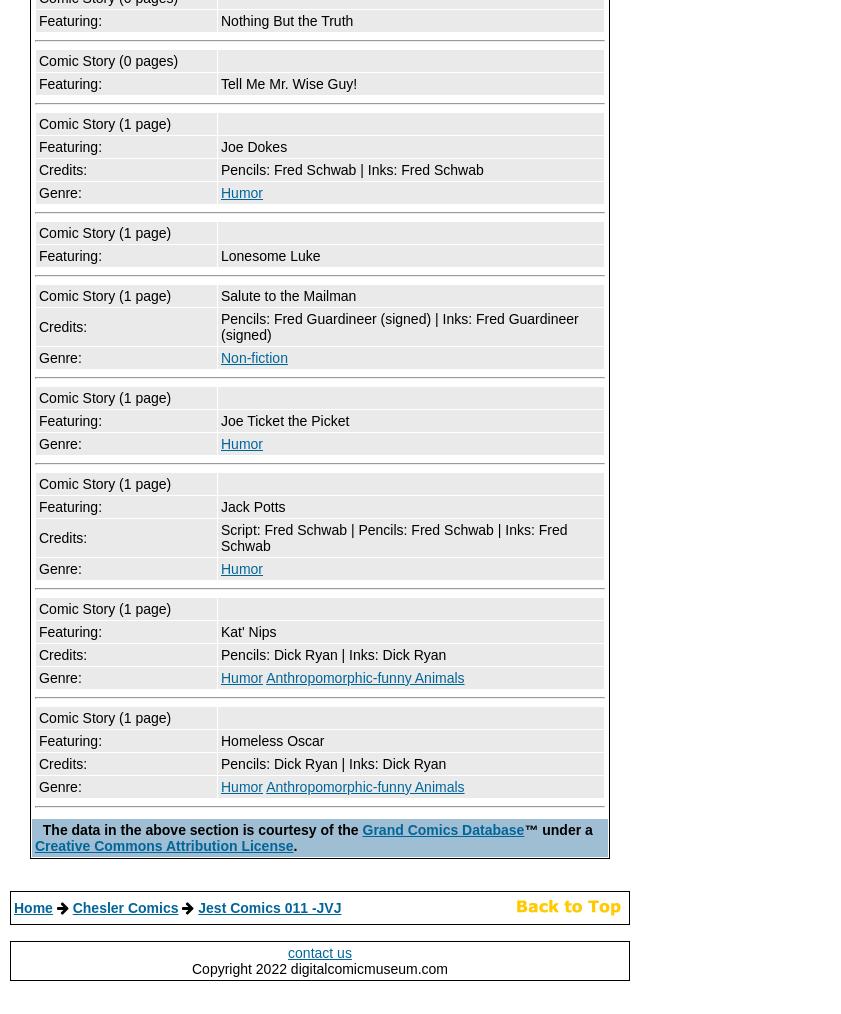 This screenshot has height=1014, width=841. I want to click on 'Creative Commons Attribution License', so click(162, 845).